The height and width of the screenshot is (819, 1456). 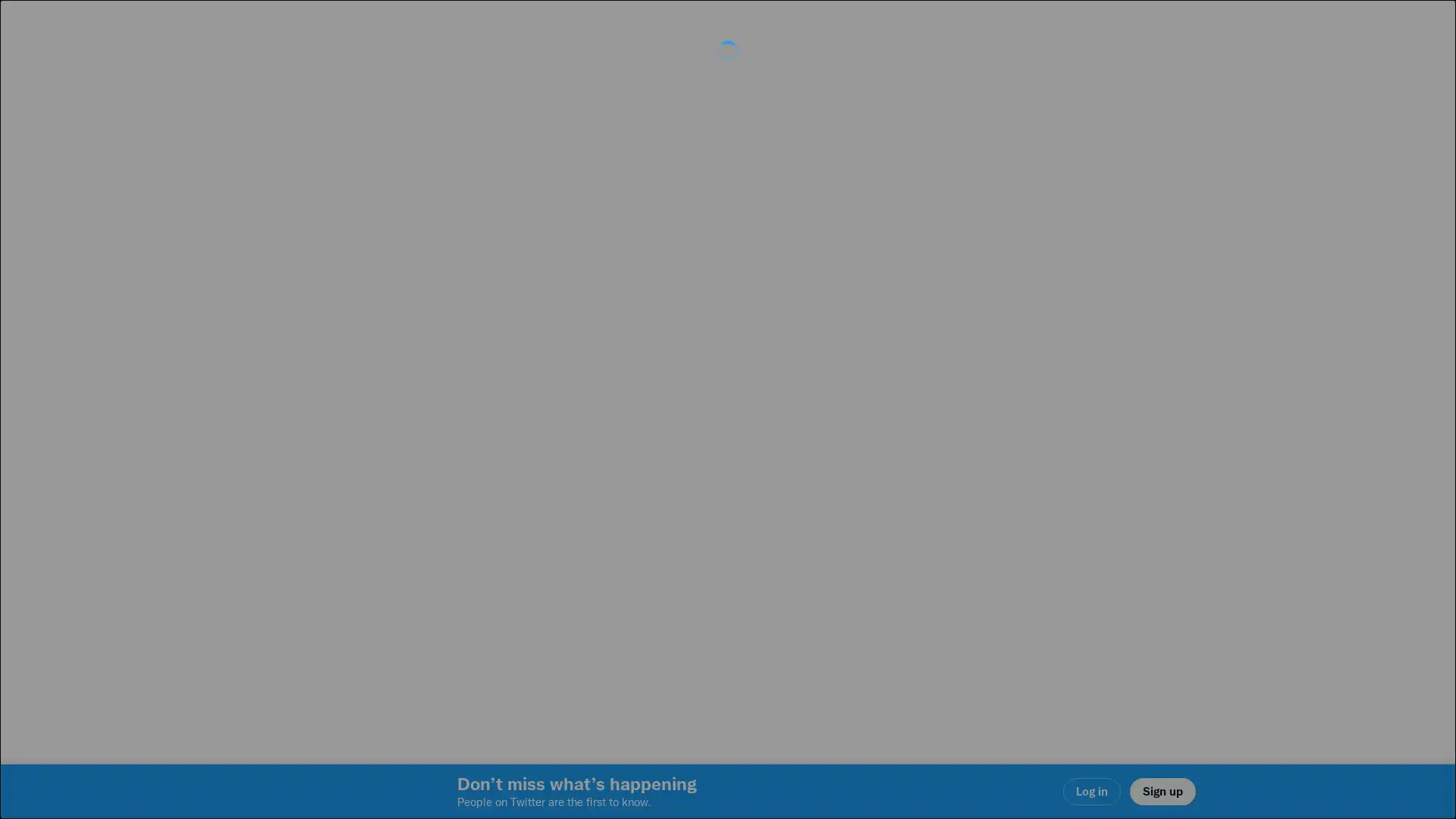 I want to click on Log in, so click(x=910, y=516).